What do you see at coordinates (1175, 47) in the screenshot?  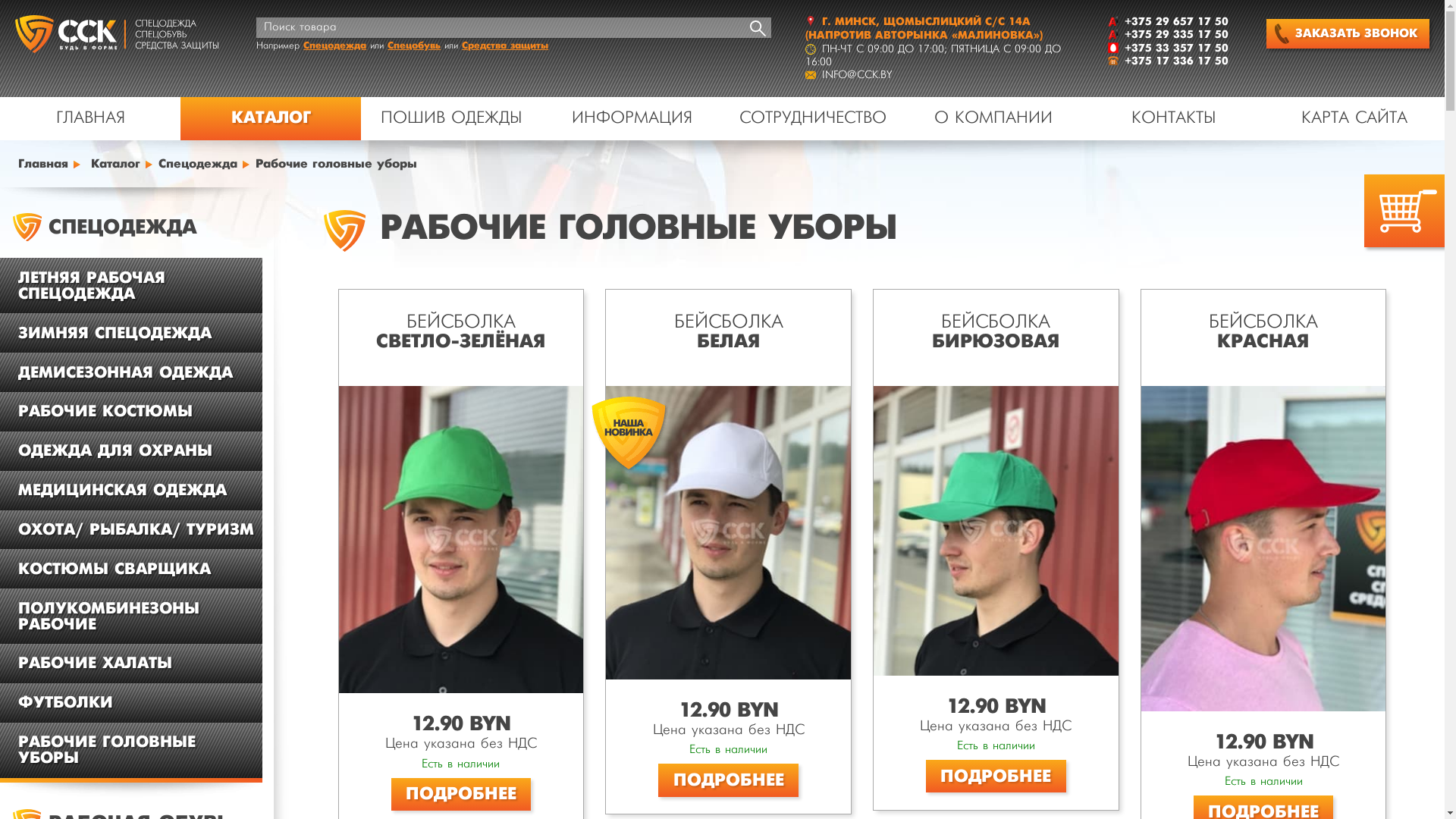 I see `'+375 33 357 17 50'` at bounding box center [1175, 47].